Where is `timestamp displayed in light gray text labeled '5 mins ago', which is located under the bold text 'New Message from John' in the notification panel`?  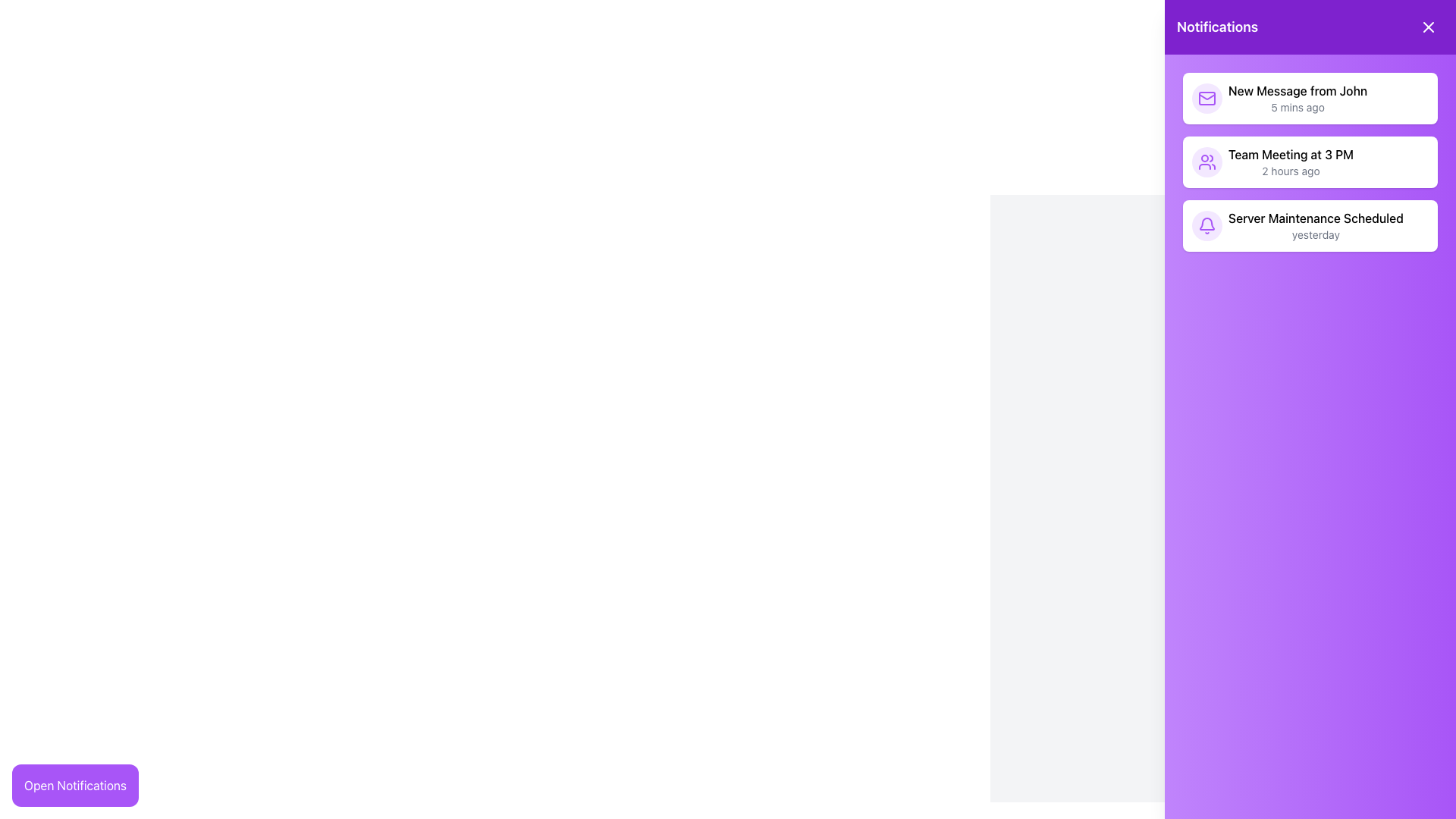
timestamp displayed in light gray text labeled '5 mins ago', which is located under the bold text 'New Message from John' in the notification panel is located at coordinates (1297, 107).